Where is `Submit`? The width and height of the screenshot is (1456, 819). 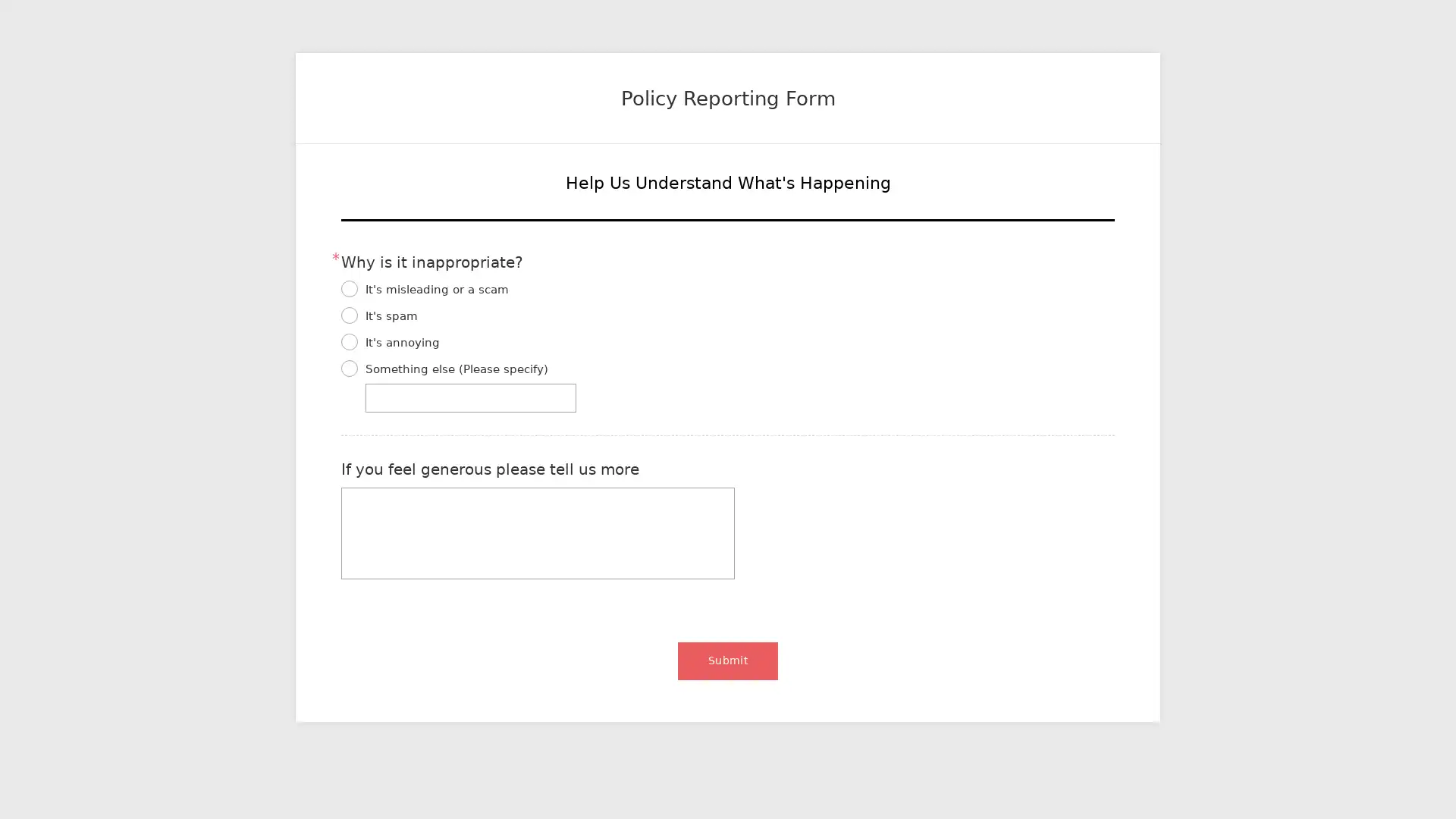 Submit is located at coordinates (726, 660).